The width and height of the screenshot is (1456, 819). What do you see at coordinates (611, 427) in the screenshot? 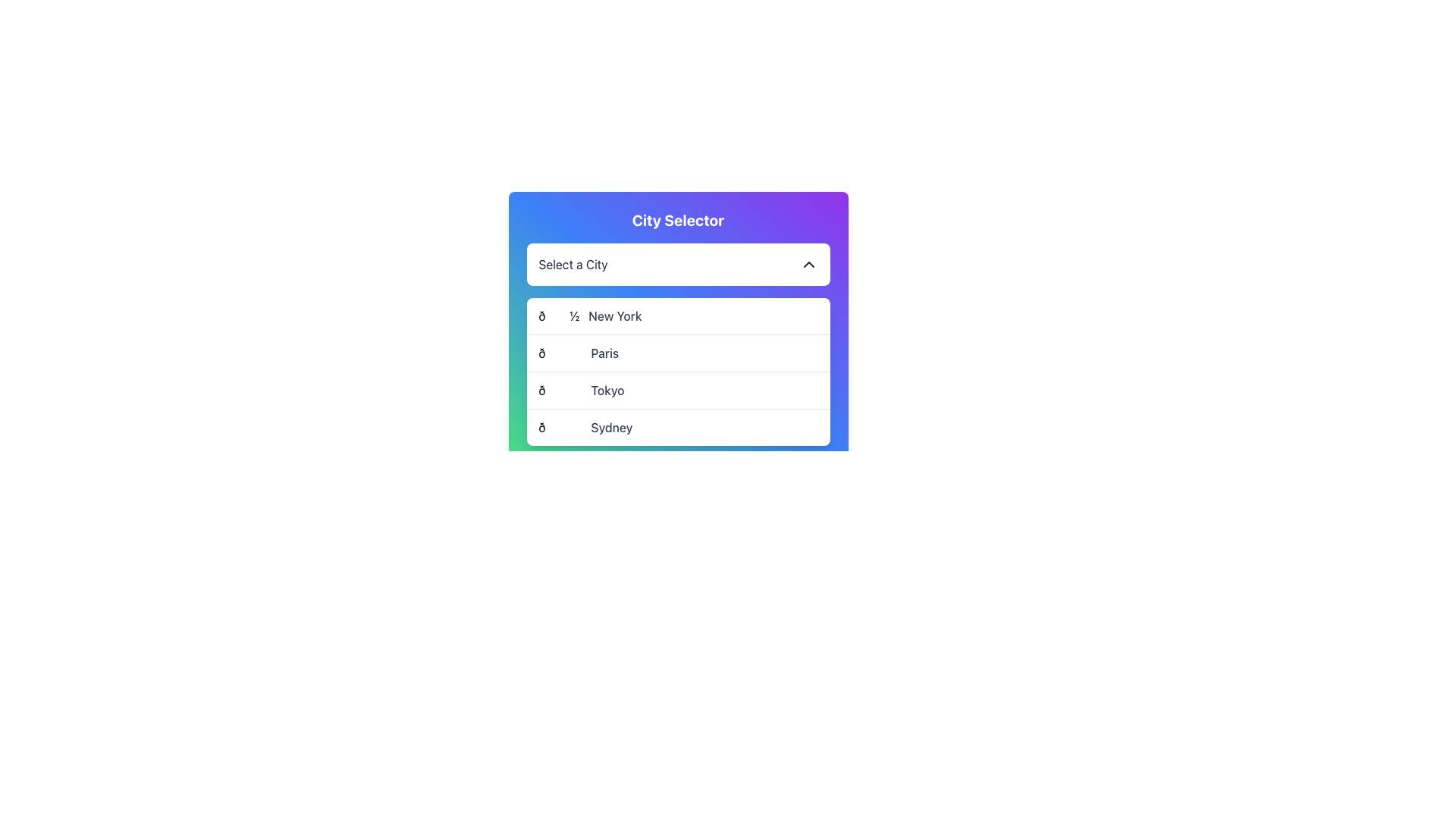
I see `the text label 'Sydney' in the City Selector dropdown menu` at bounding box center [611, 427].